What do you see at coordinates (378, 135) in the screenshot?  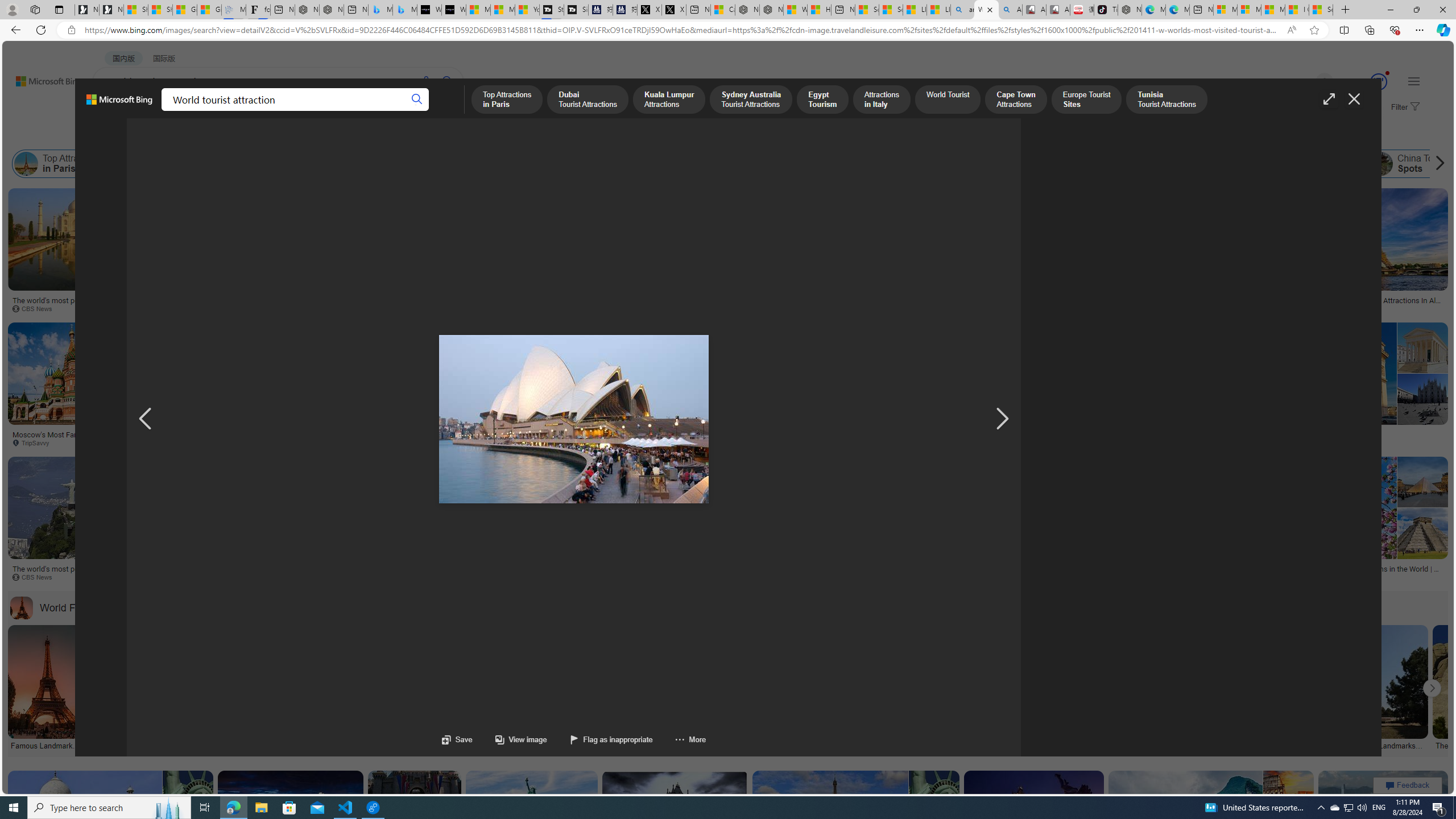 I see `'License'` at bounding box center [378, 135].